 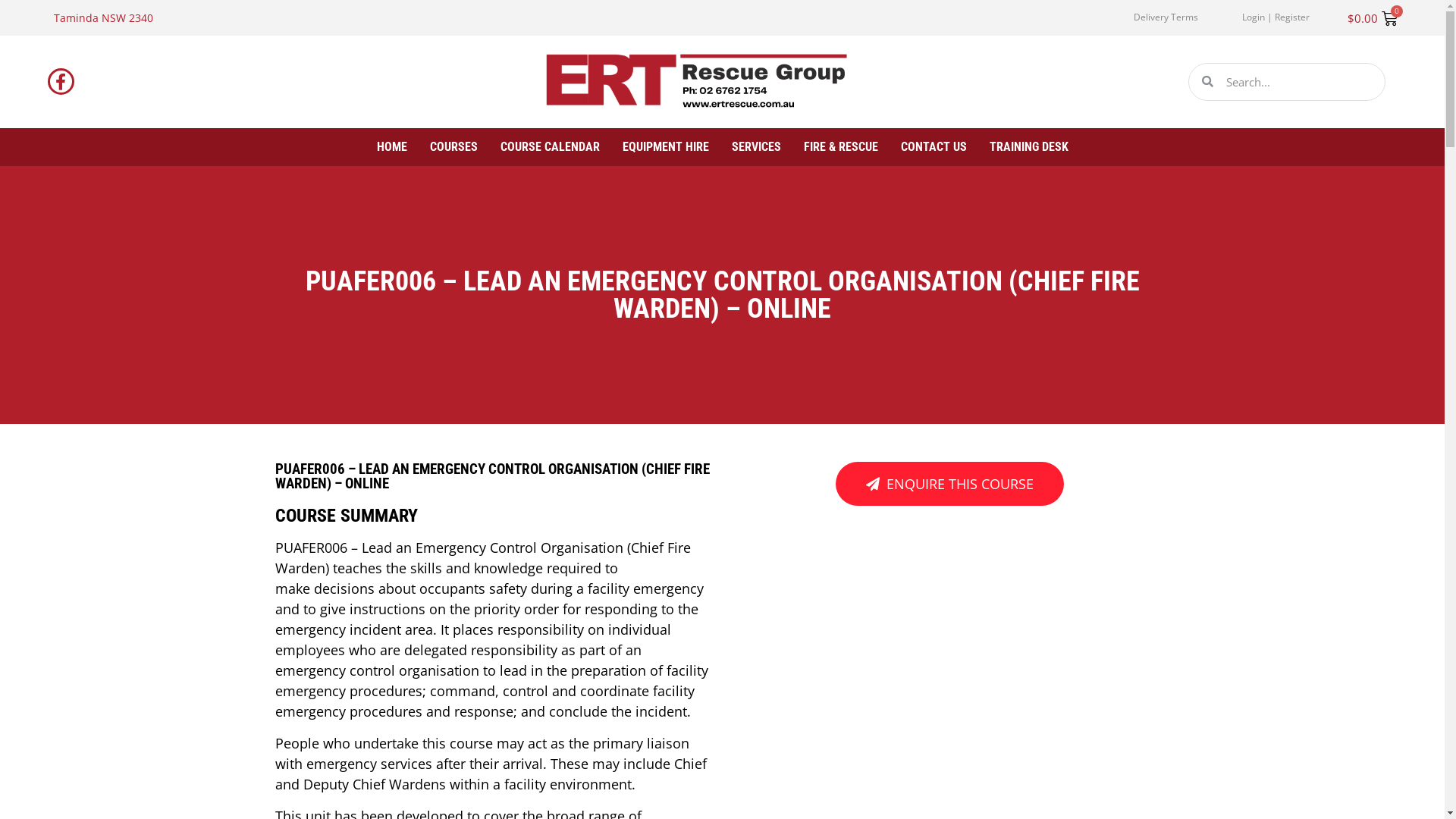 I want to click on 'COURSE CALENDAR', so click(x=500, y=146).